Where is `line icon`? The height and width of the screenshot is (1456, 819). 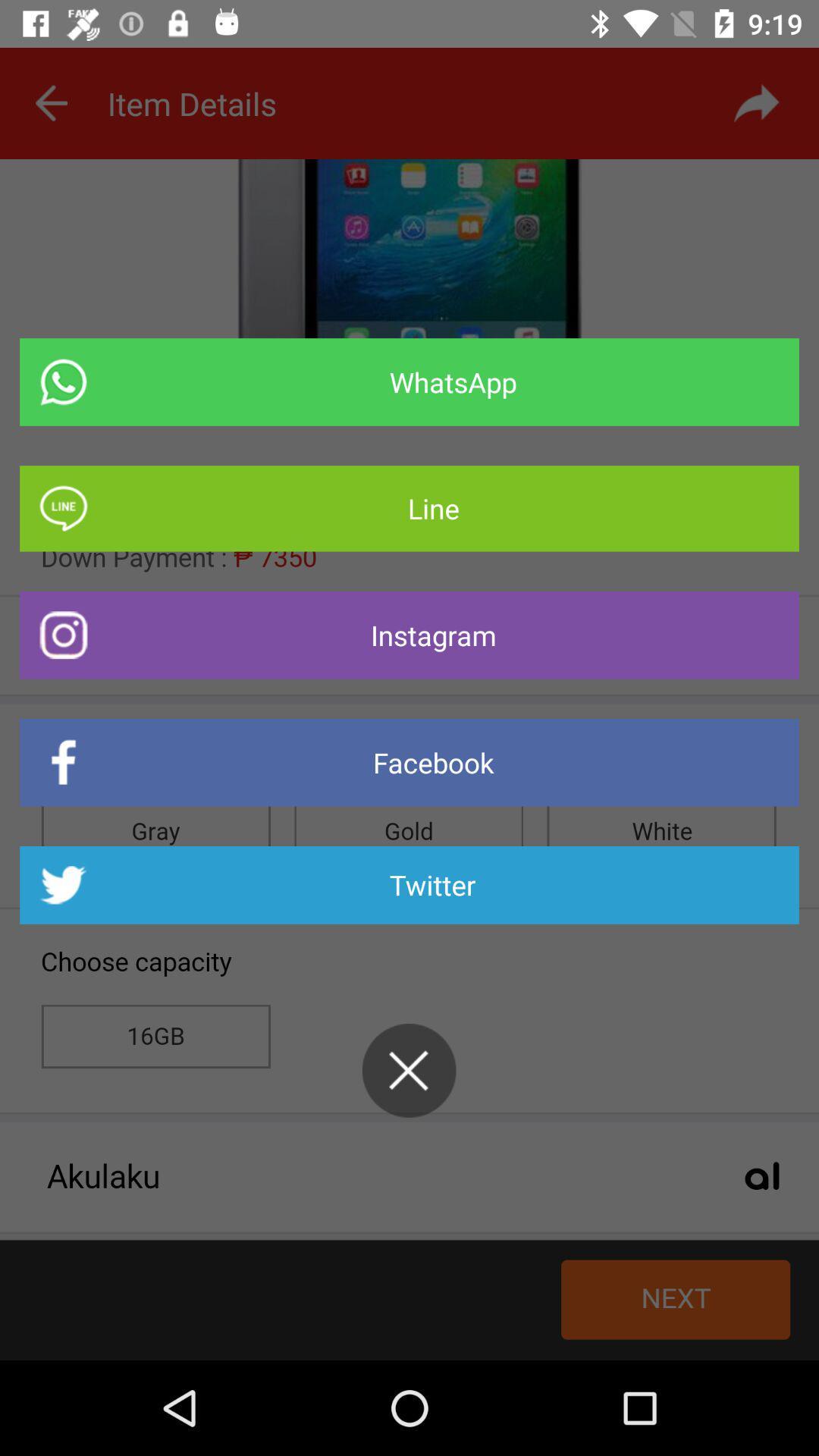 line icon is located at coordinates (409, 508).